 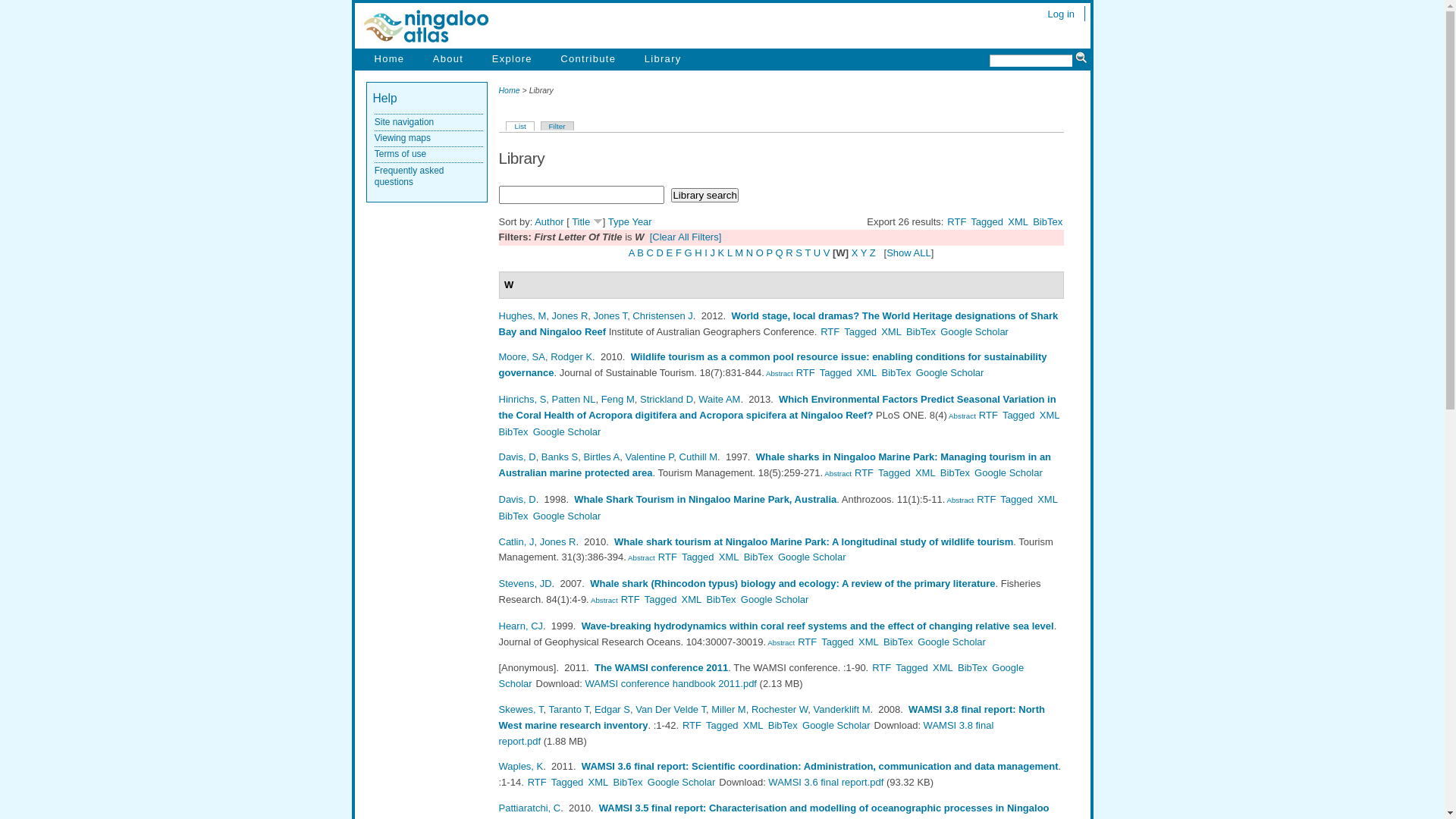 What do you see at coordinates (1060, 13) in the screenshot?
I see `'Log in'` at bounding box center [1060, 13].